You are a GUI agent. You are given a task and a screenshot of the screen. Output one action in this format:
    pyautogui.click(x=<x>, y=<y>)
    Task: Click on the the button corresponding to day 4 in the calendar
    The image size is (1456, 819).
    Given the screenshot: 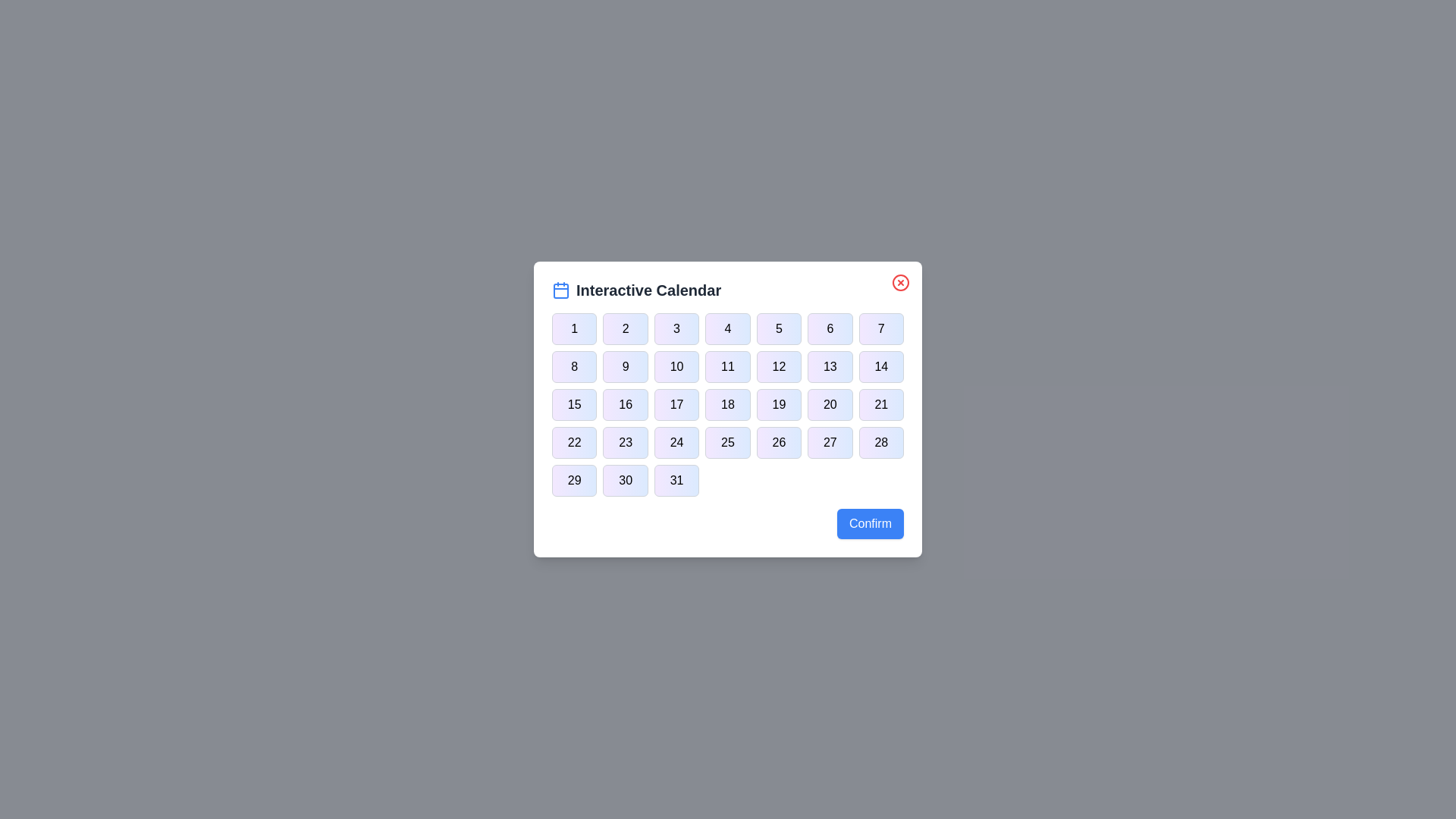 What is the action you would take?
    pyautogui.click(x=728, y=328)
    